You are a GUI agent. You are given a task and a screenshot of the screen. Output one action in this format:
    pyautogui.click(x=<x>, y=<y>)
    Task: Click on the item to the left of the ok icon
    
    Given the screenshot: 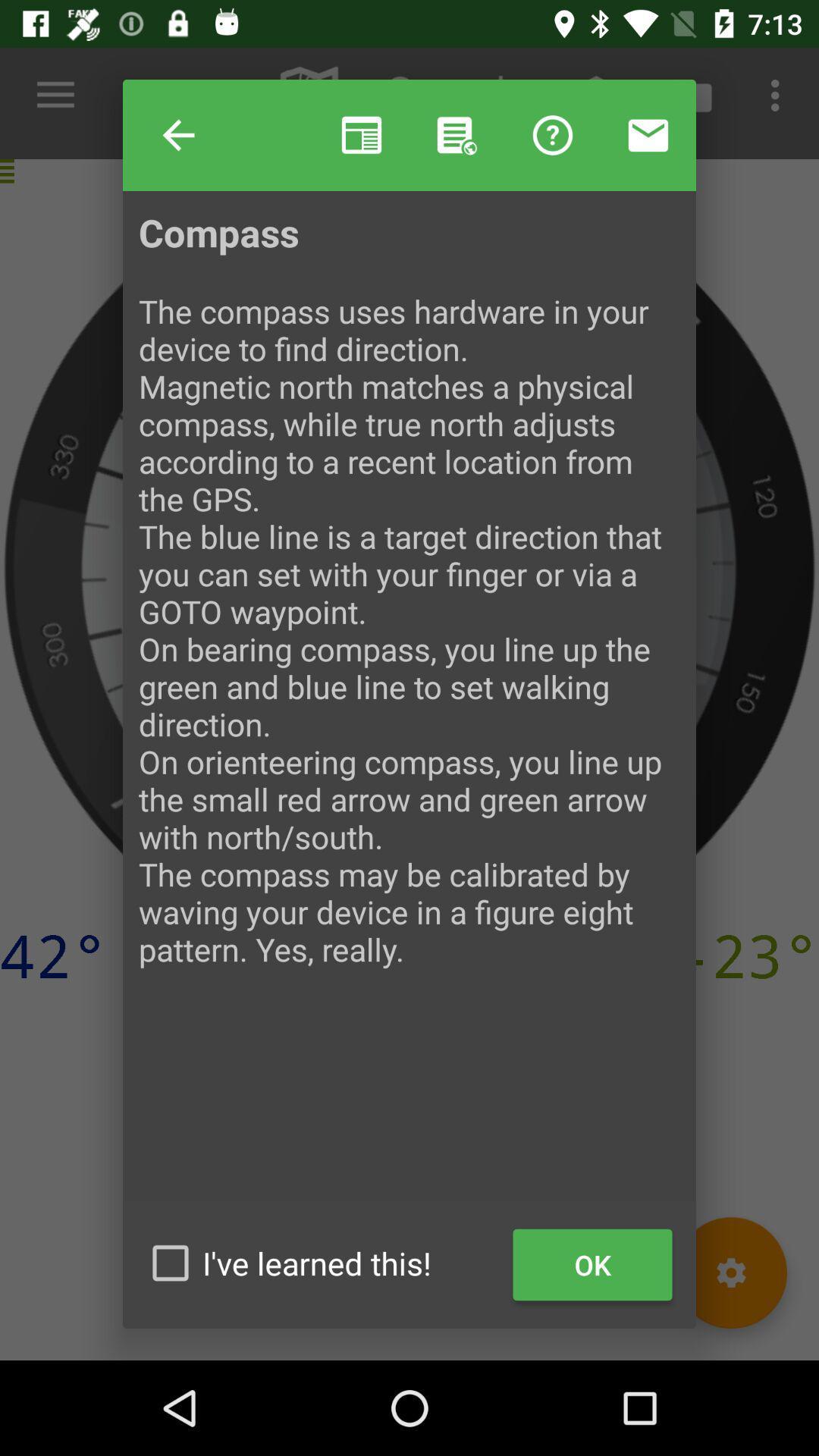 What is the action you would take?
    pyautogui.click(x=321, y=1263)
    